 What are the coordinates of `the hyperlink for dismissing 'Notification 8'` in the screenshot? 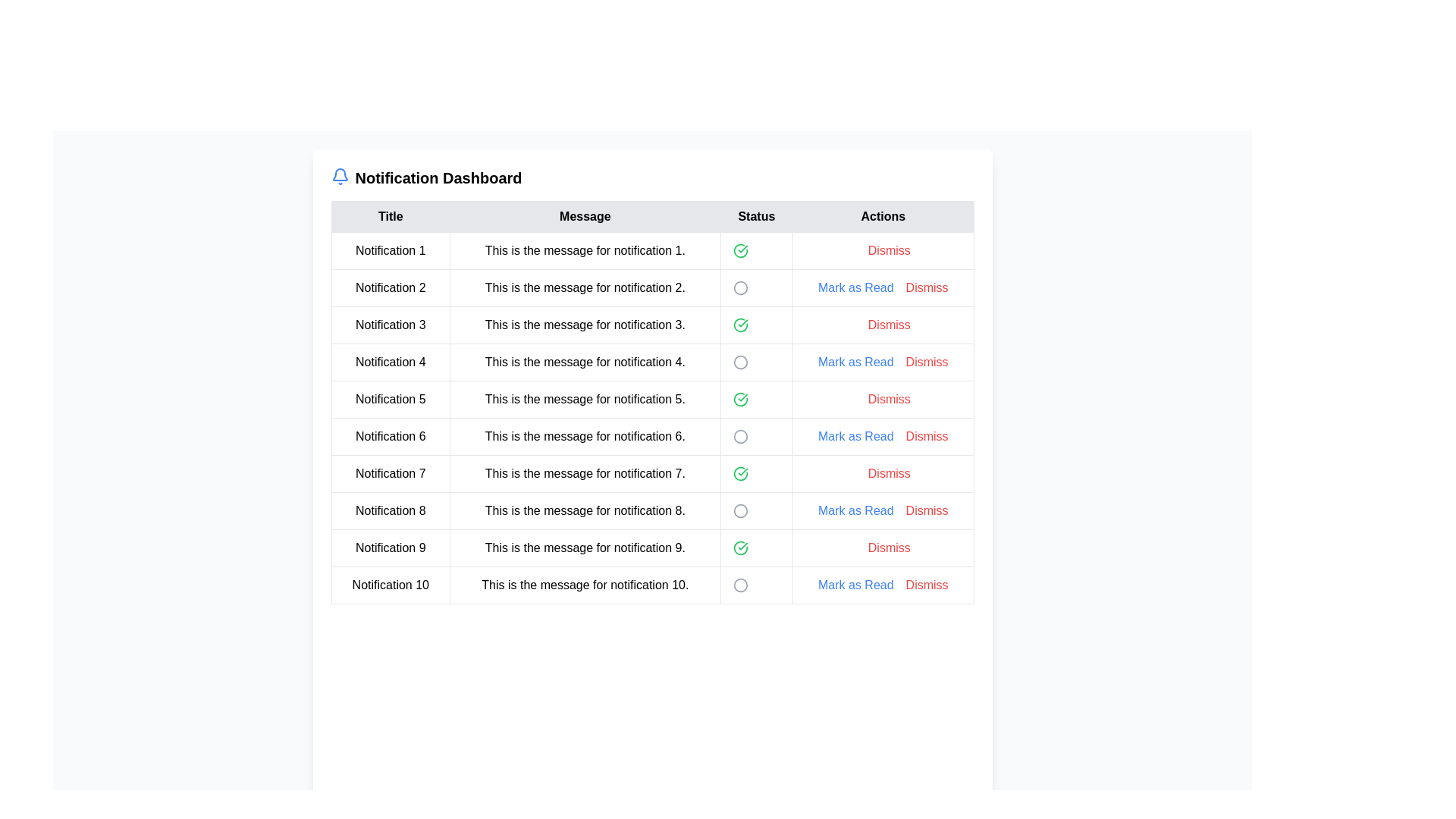 It's located at (926, 511).